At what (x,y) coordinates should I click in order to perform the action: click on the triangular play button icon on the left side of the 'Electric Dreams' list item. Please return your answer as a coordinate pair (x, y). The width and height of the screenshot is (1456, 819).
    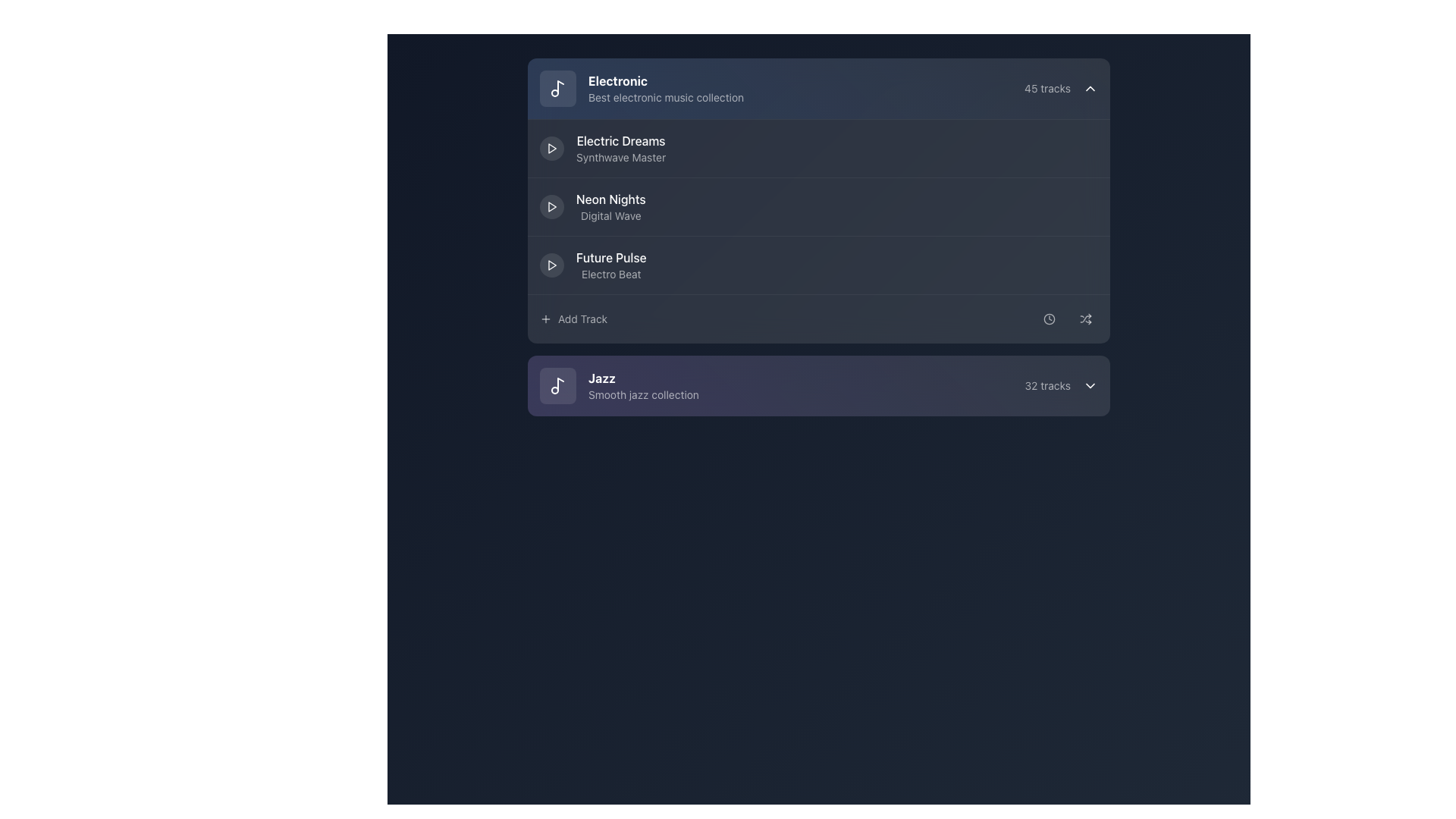
    Looking at the image, I should click on (551, 149).